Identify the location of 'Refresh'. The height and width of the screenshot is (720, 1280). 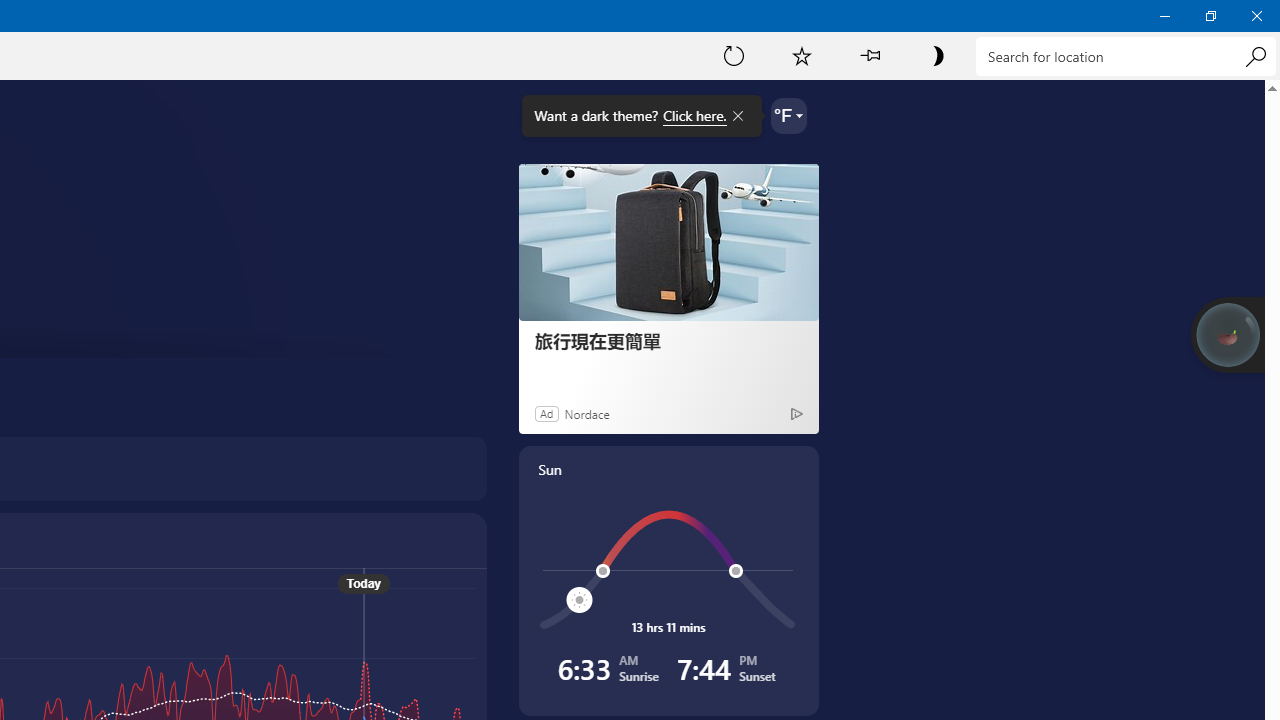
(733, 54).